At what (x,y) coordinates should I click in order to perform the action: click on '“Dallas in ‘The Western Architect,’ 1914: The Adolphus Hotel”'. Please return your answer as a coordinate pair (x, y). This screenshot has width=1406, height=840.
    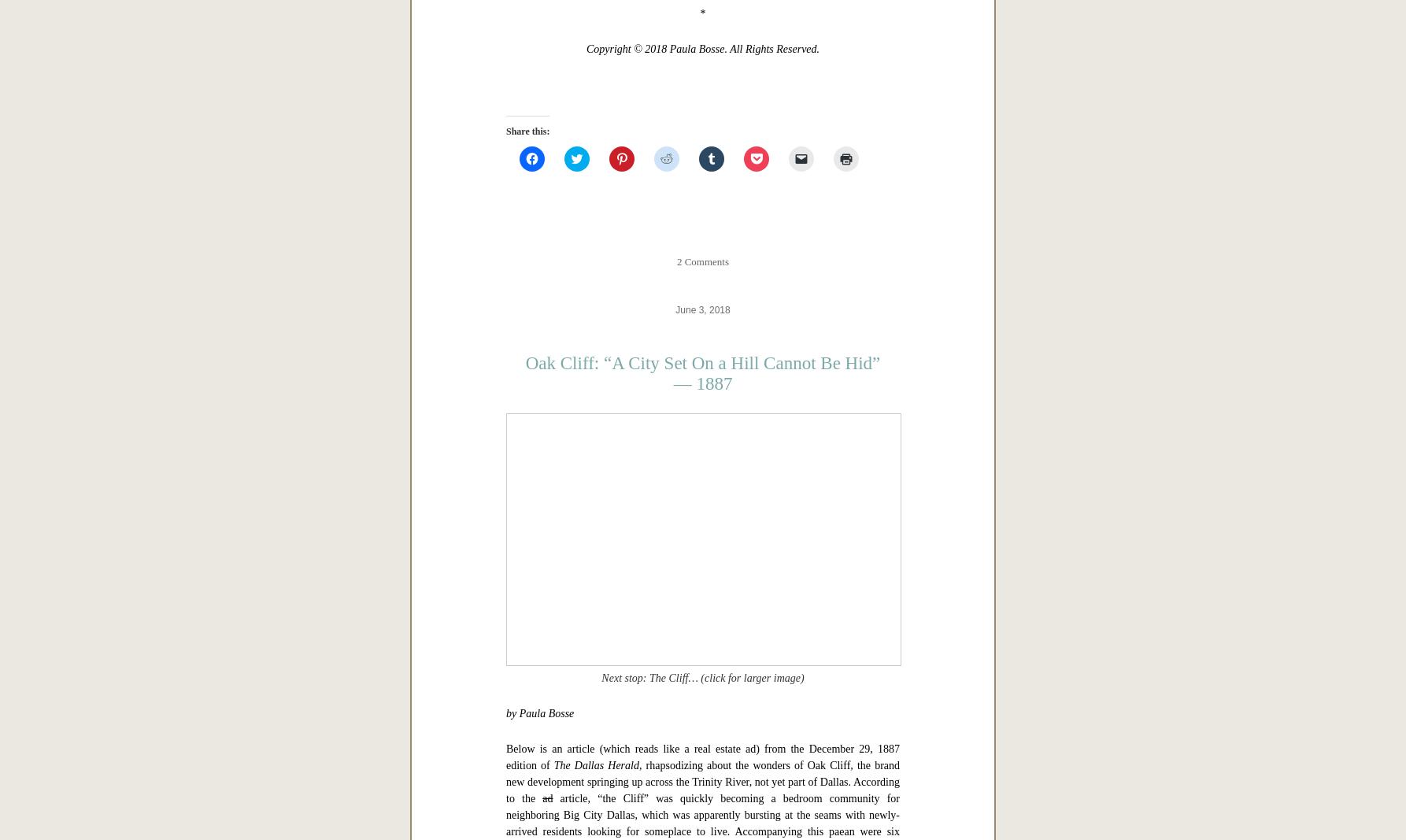
    Looking at the image, I should click on (670, 435).